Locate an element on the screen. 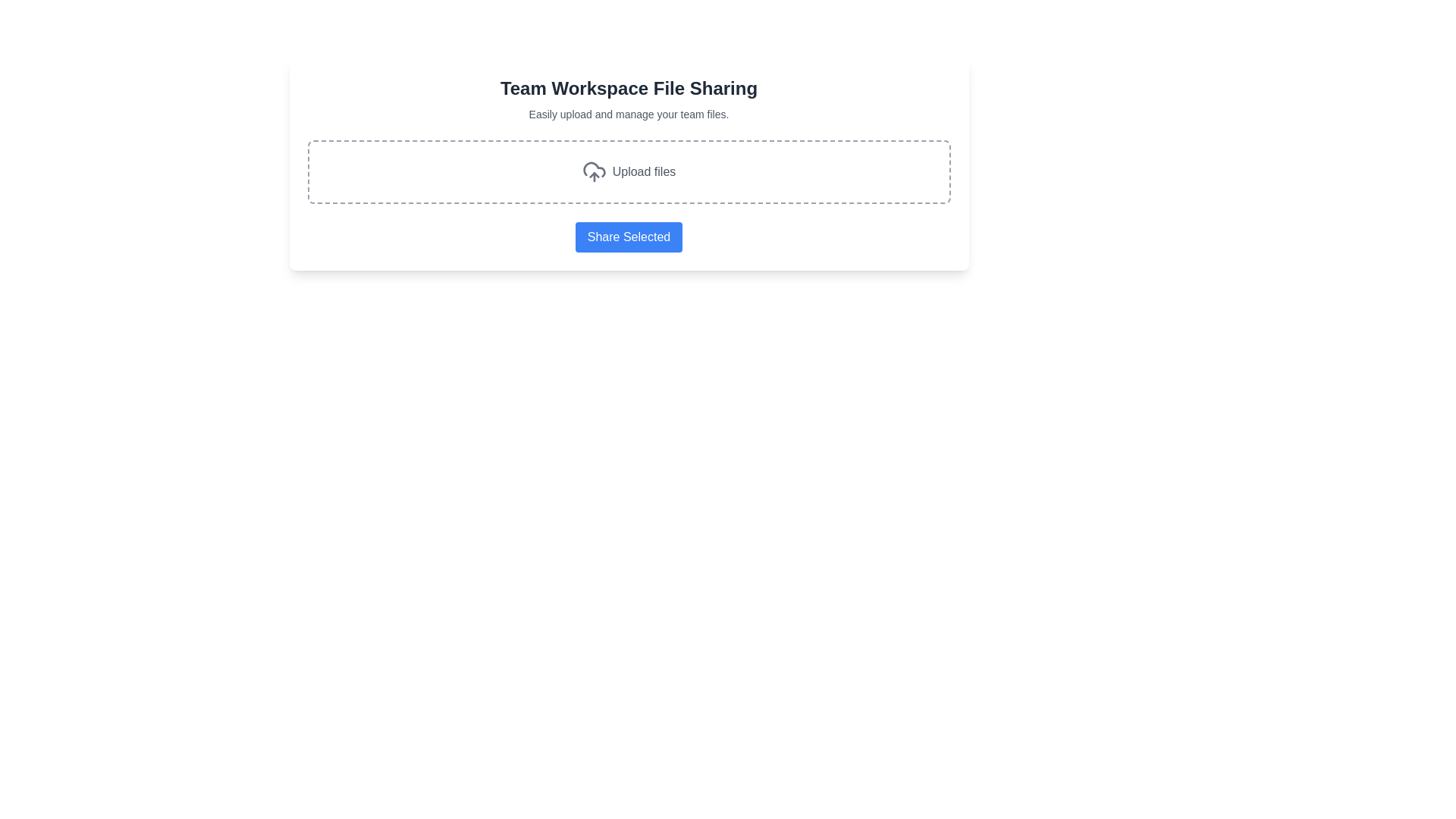 The height and width of the screenshot is (819, 1456). and drop a file onto the clickable area for file upload, which is centrally located below the text 'Easily upload and manage your team files.' and above the 'Share Selected' button is located at coordinates (629, 171).